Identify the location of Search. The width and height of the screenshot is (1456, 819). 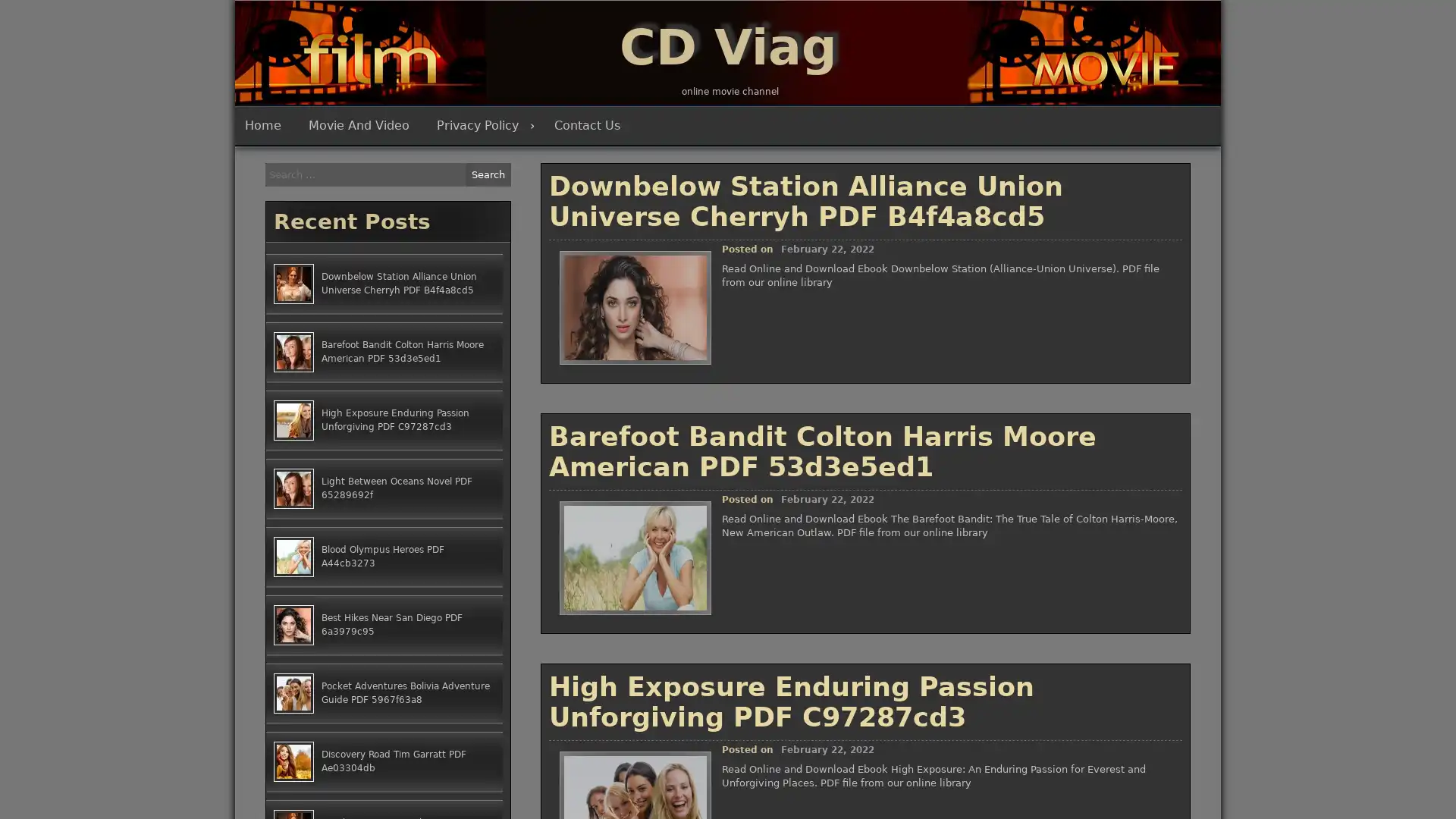
(488, 174).